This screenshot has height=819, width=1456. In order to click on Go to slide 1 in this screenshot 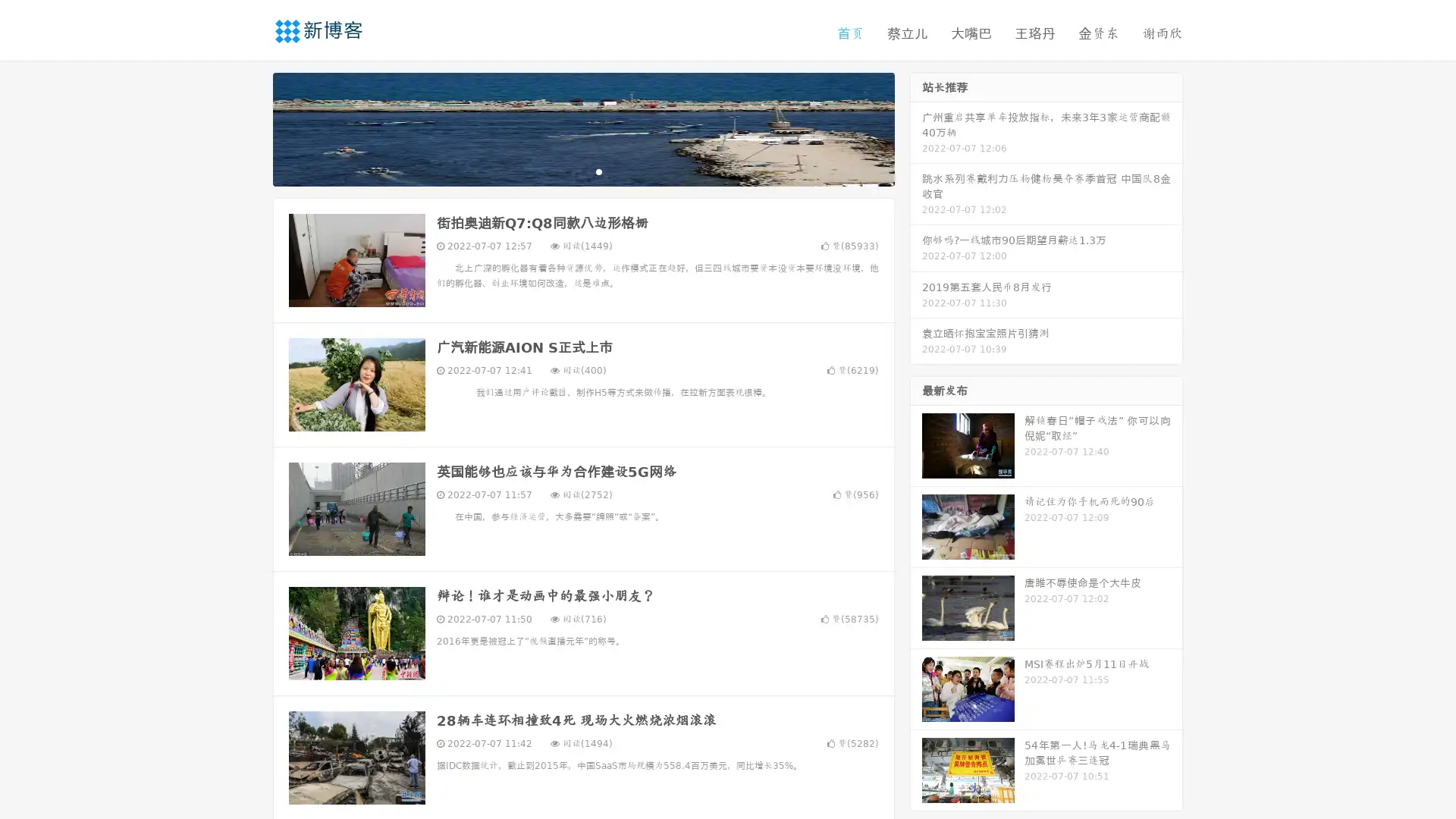, I will do `click(567, 171)`.